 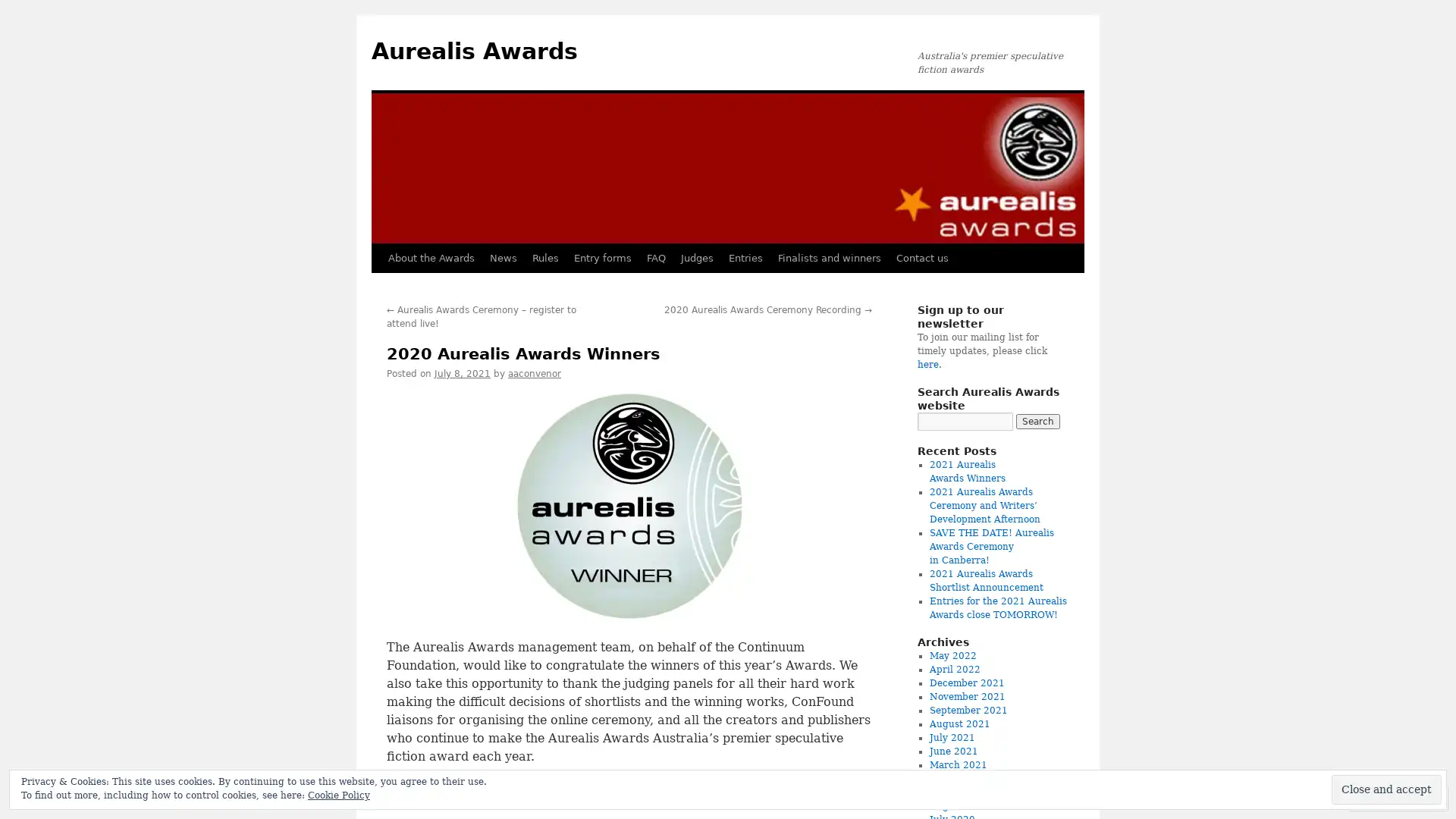 What do you see at coordinates (1037, 421) in the screenshot?
I see `Search` at bounding box center [1037, 421].